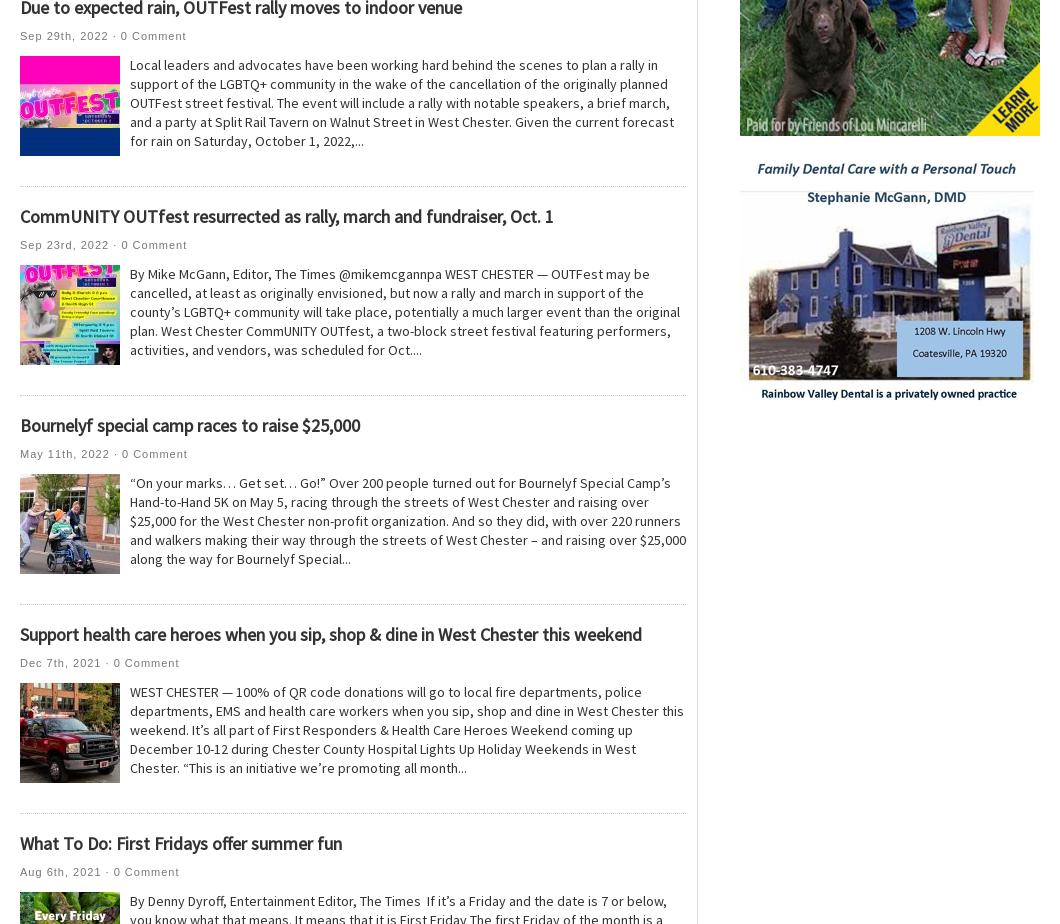 This screenshot has width=1060, height=924. Describe the element at coordinates (66, 871) in the screenshot. I see `'Aug 6th, 2021 ·'` at that location.